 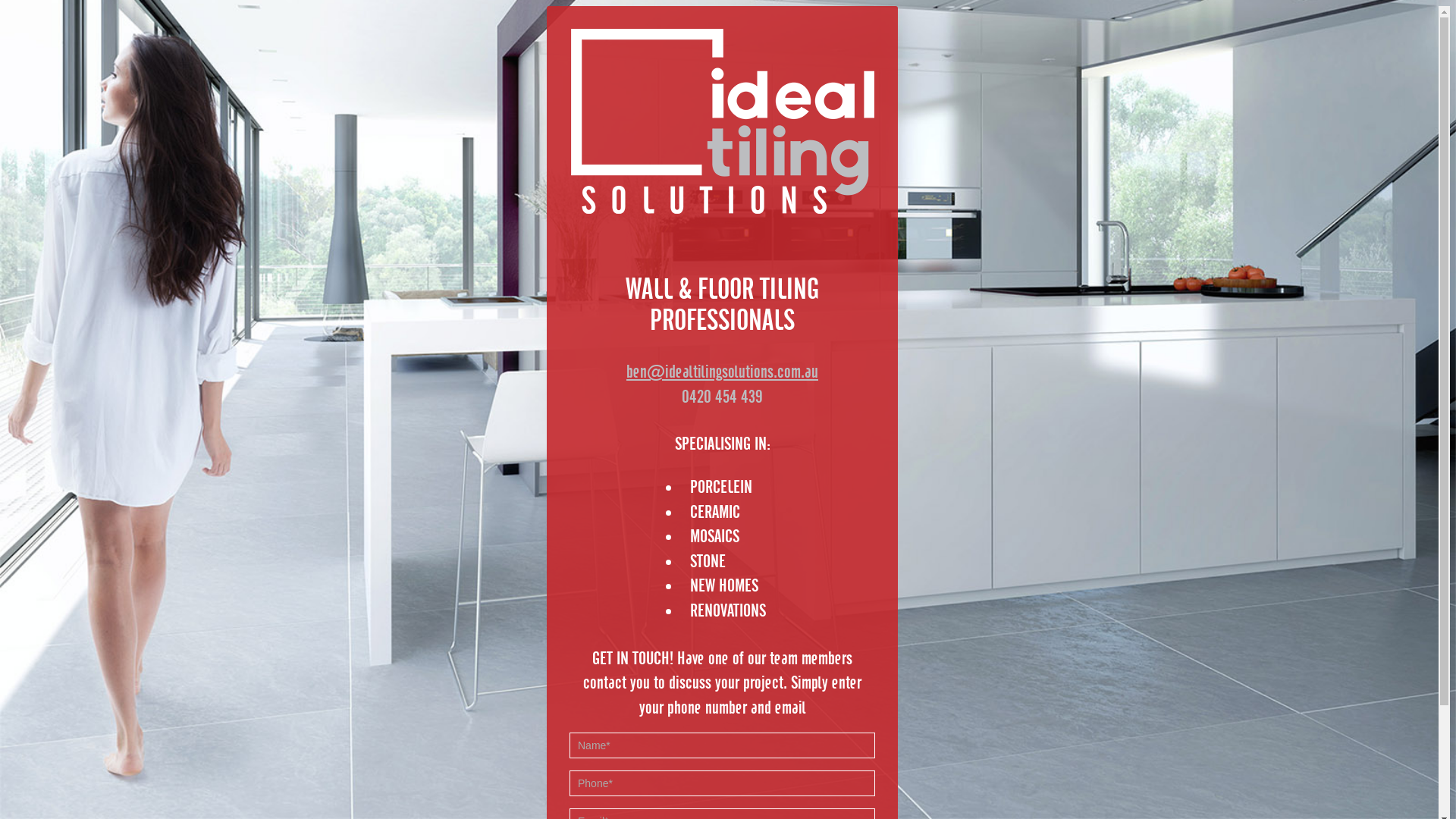 I want to click on 'ben@idealtilingsolutions.com.au', so click(x=626, y=371).